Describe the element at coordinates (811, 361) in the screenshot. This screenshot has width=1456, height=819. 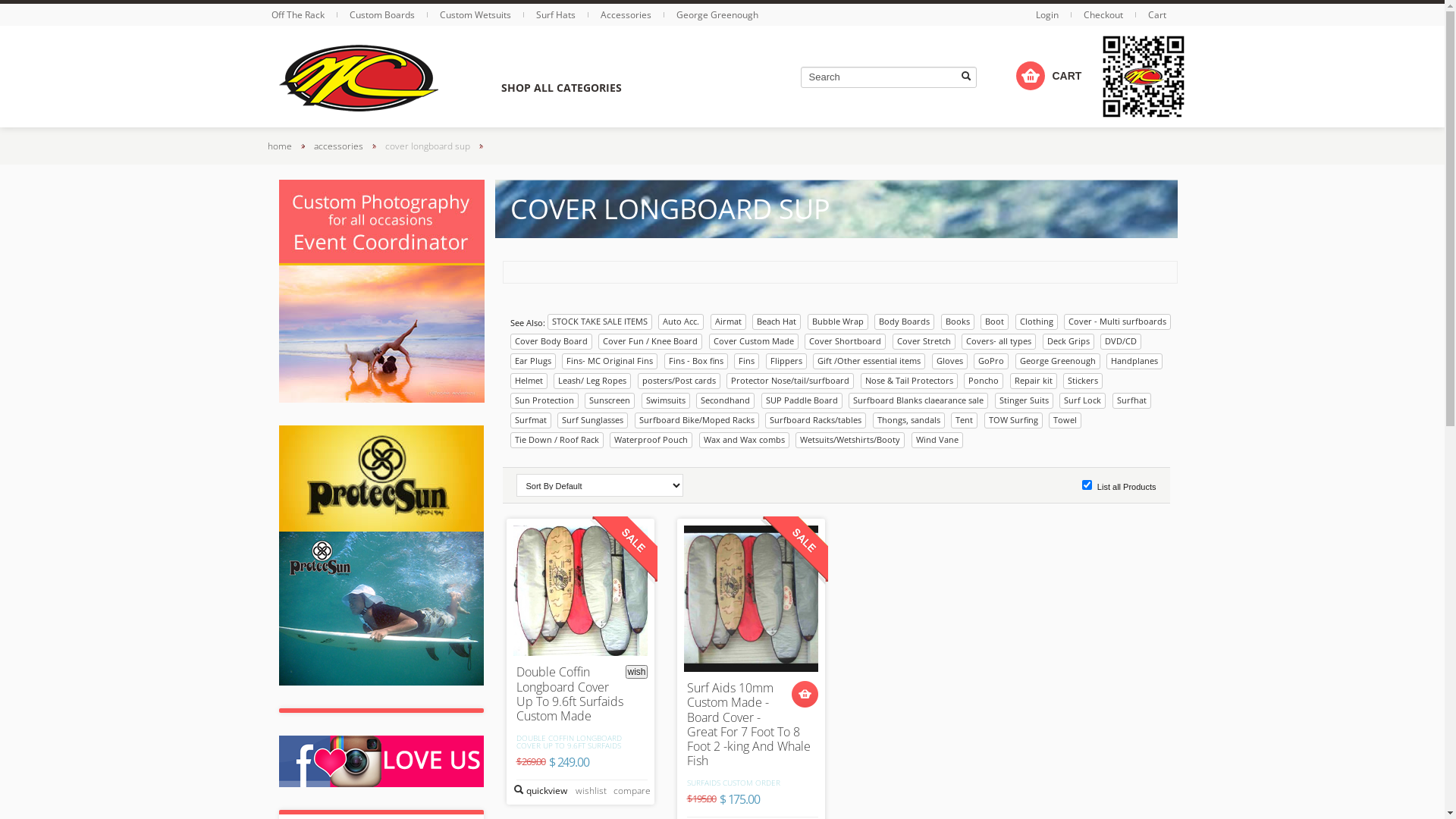
I see `'Gift /Other essential items'` at that location.